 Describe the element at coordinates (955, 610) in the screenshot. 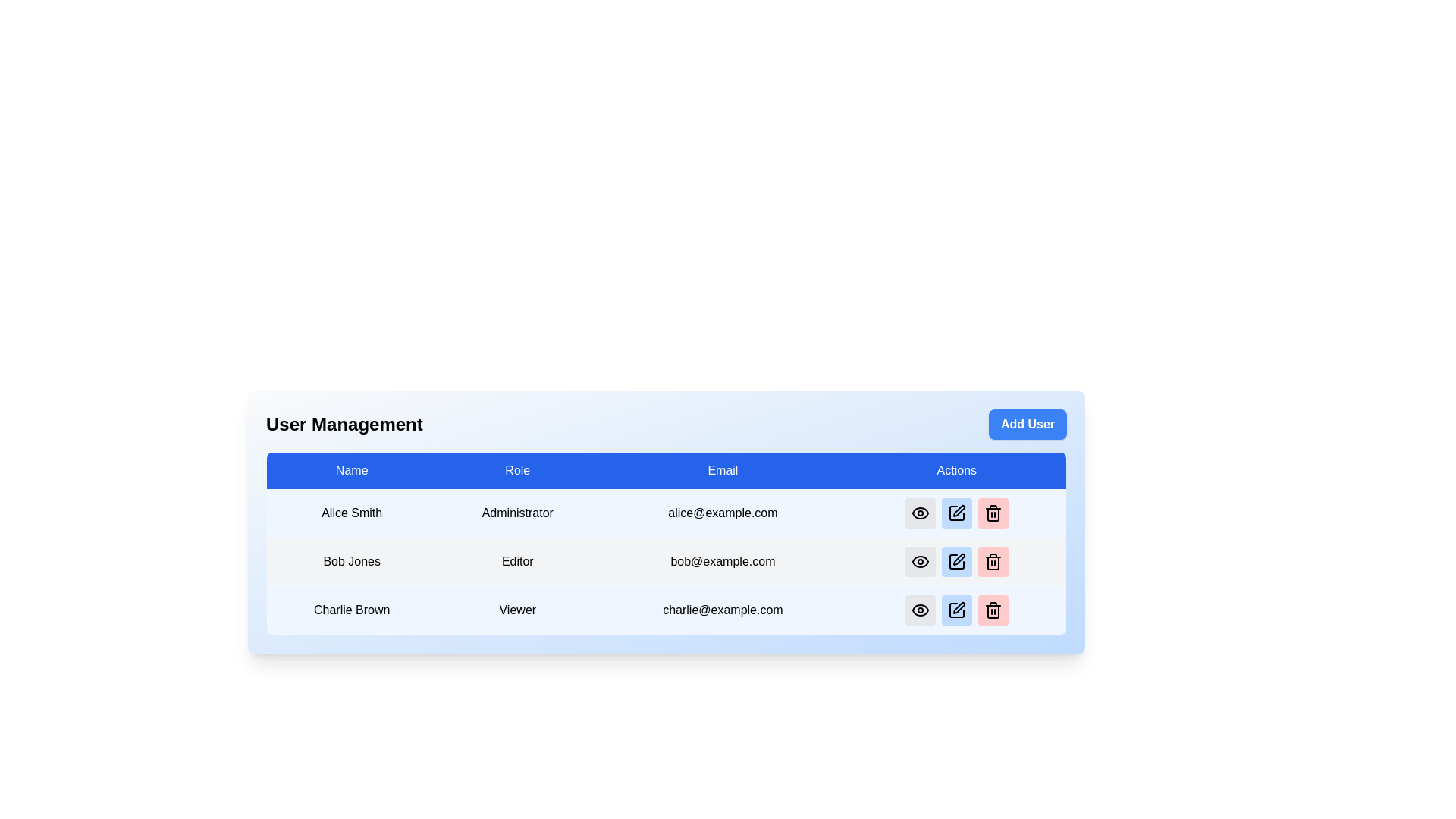

I see `the second button from the left in the 'Actions' column of the row for user 'Charlie Brown' in the 'User Management' table` at that location.